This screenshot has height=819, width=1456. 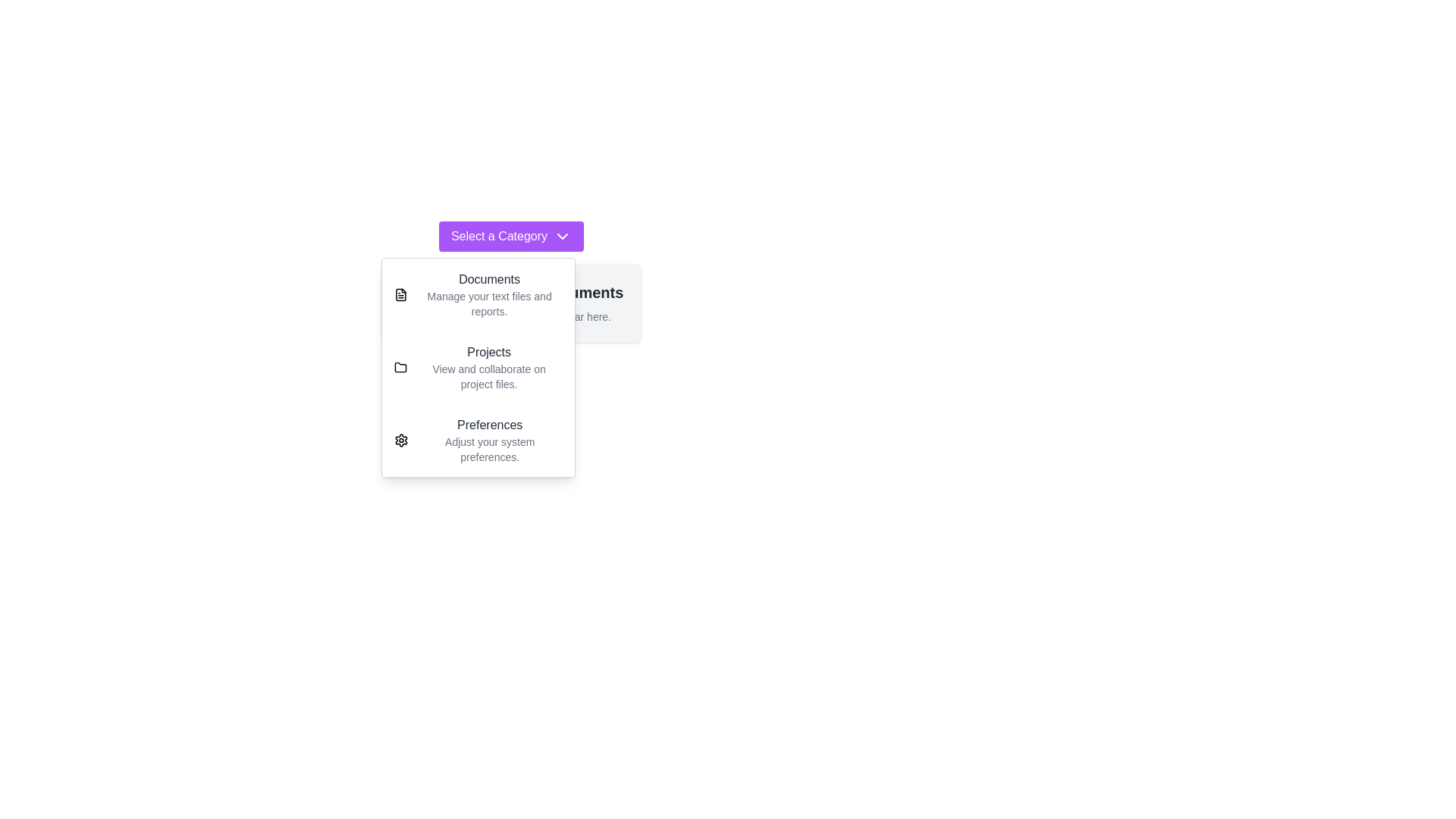 I want to click on the category Documents from the dropdown menu, so click(x=476, y=295).